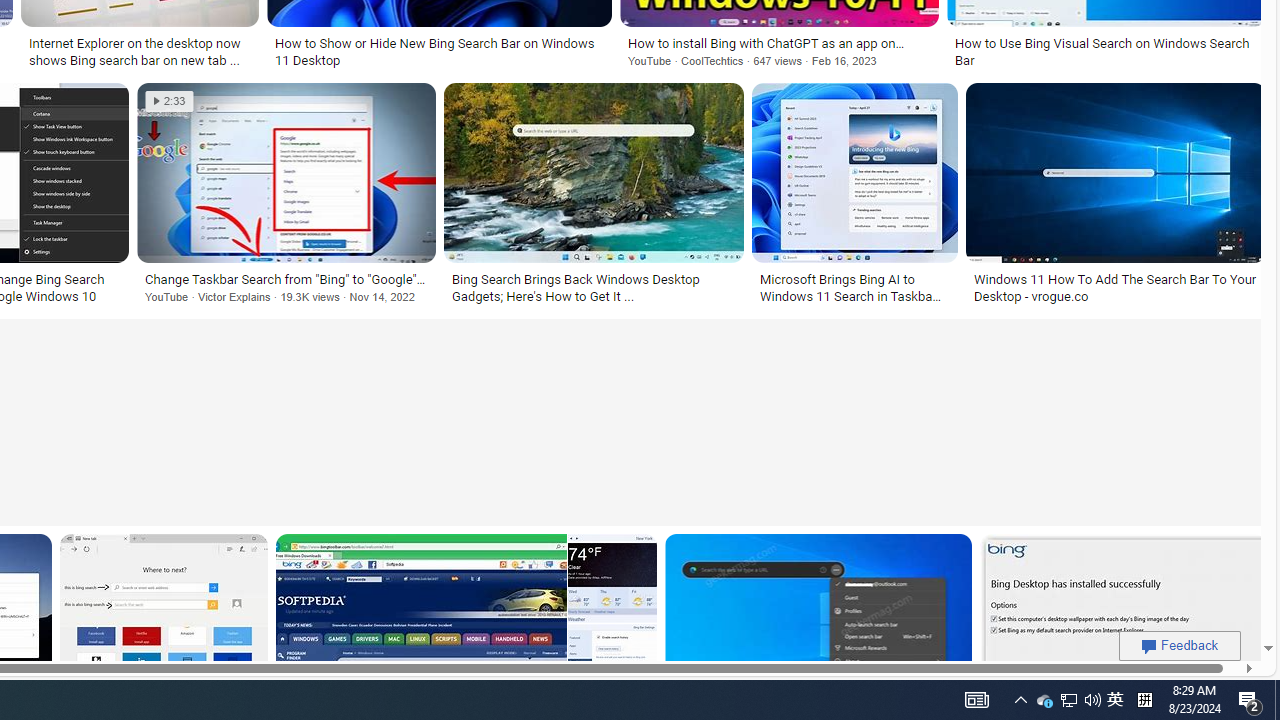 This screenshot has width=1280, height=720. What do you see at coordinates (169, 101) in the screenshot?
I see `'2:33'` at bounding box center [169, 101].